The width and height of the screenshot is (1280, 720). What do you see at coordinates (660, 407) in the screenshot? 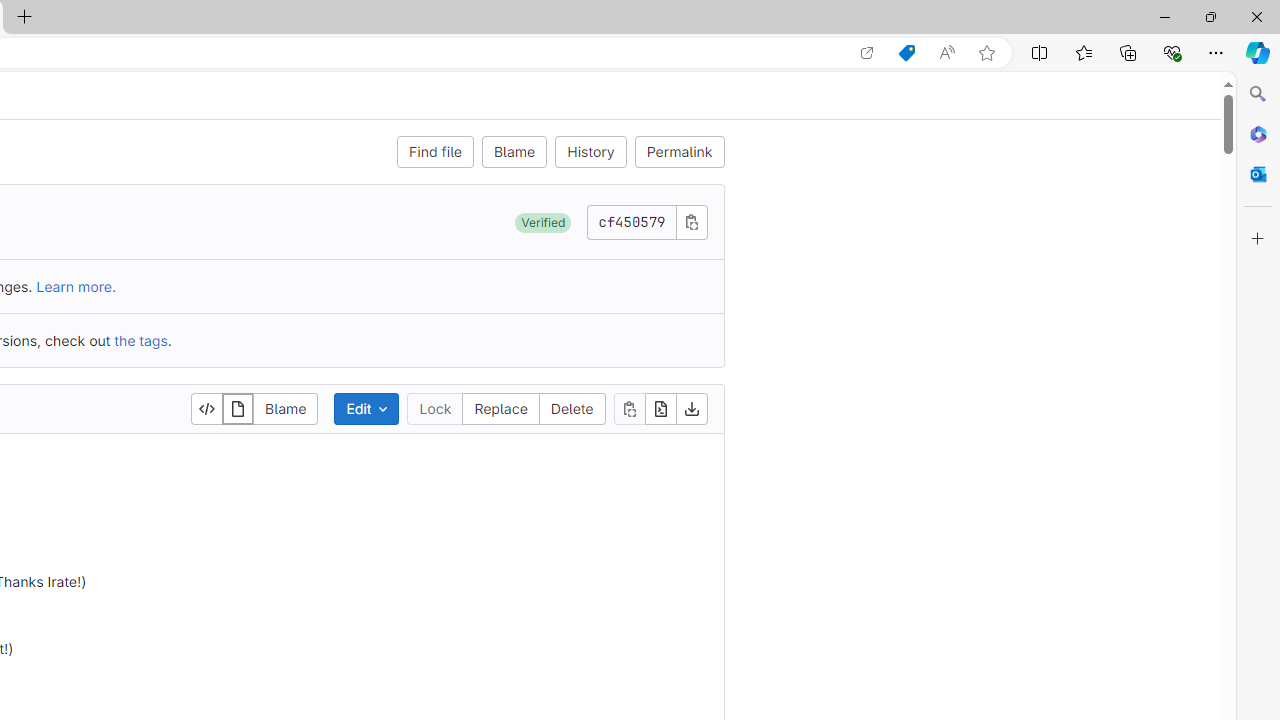
I see `'Open raw'` at bounding box center [660, 407].